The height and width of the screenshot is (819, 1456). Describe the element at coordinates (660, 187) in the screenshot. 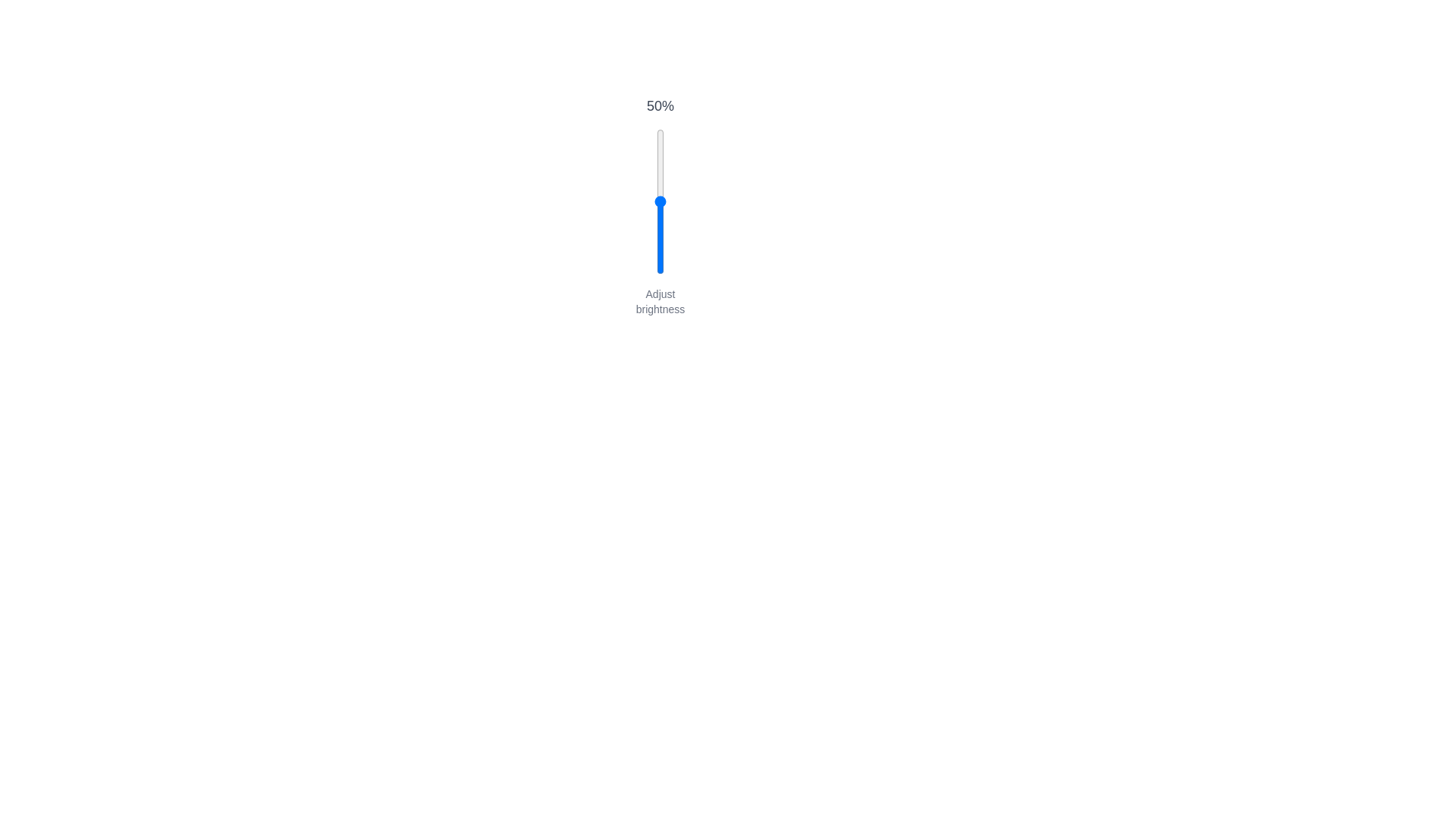

I see `brightness` at that location.